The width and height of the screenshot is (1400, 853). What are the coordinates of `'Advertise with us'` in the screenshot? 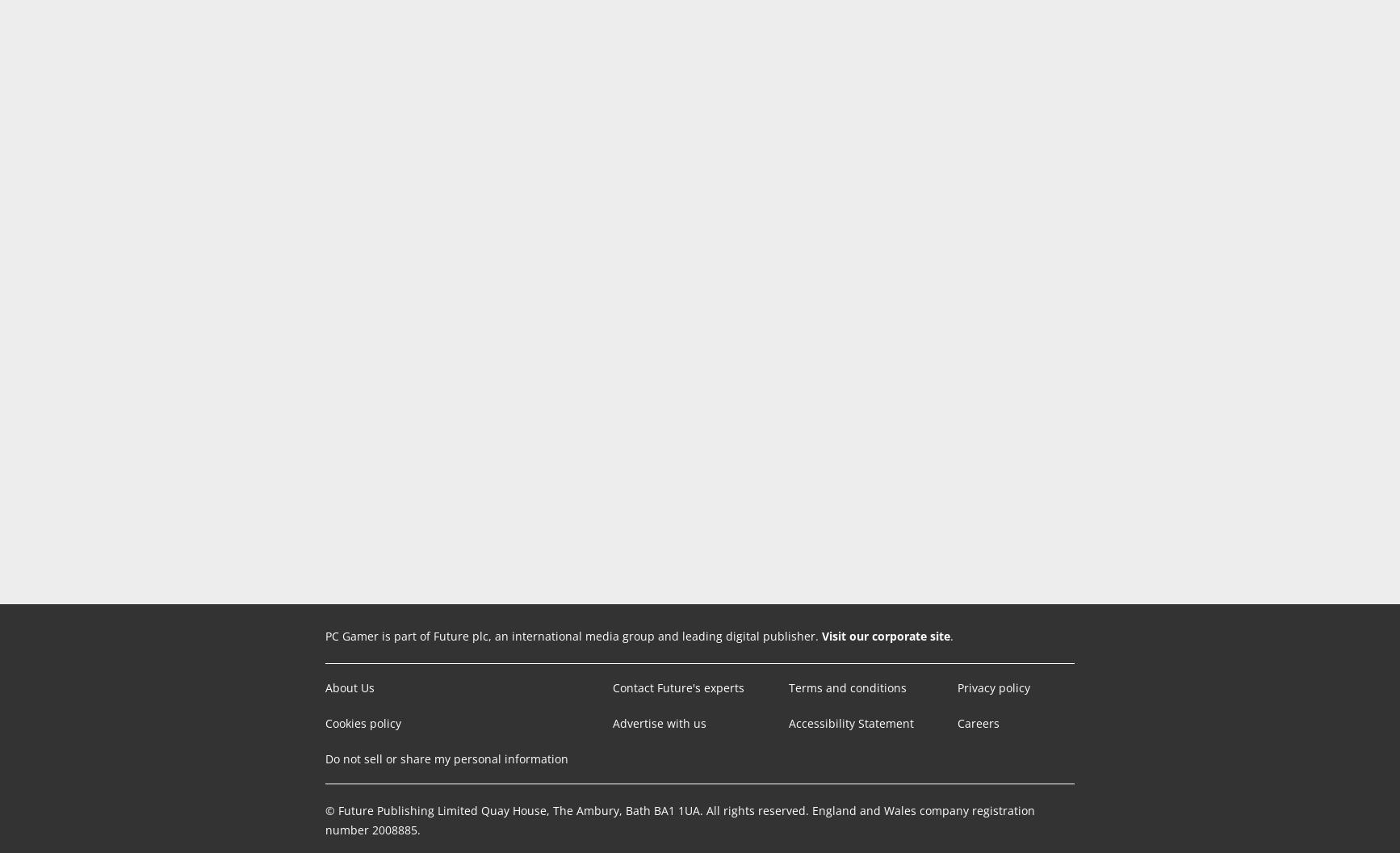 It's located at (658, 722).